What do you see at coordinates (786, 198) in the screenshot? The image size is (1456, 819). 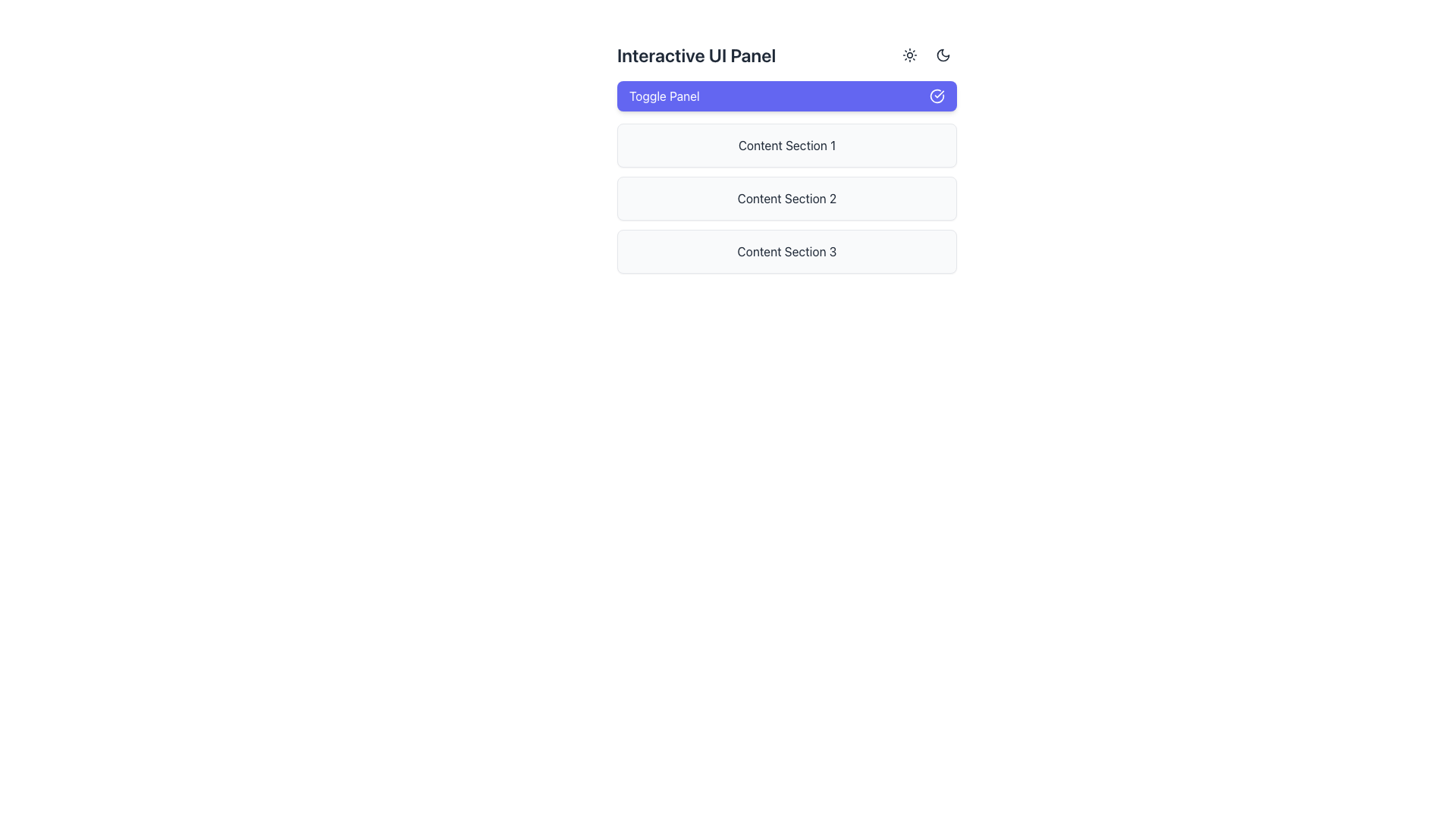 I see `the label displaying the section's title located below 'Content Section 1' with a light-gray background` at bounding box center [786, 198].